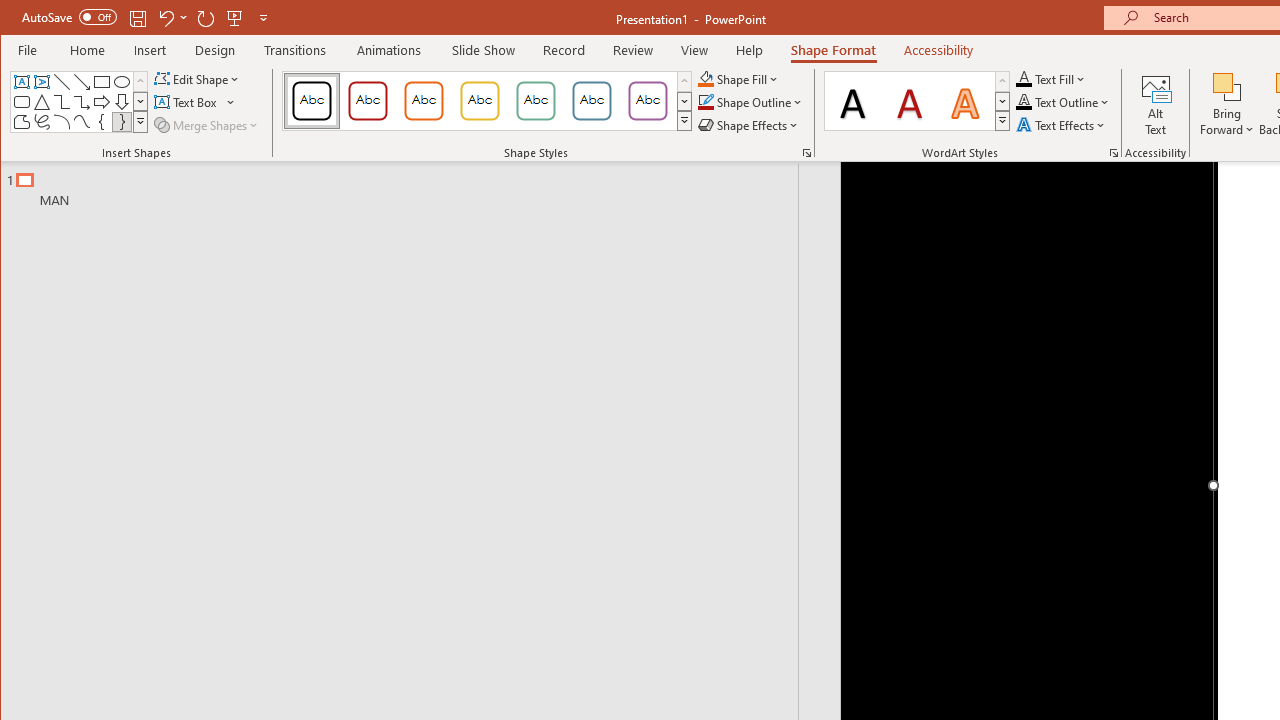 This screenshot has width=1280, height=720. I want to click on 'Fill: Dark Red, Accent color 1; Shadow', so click(909, 100).